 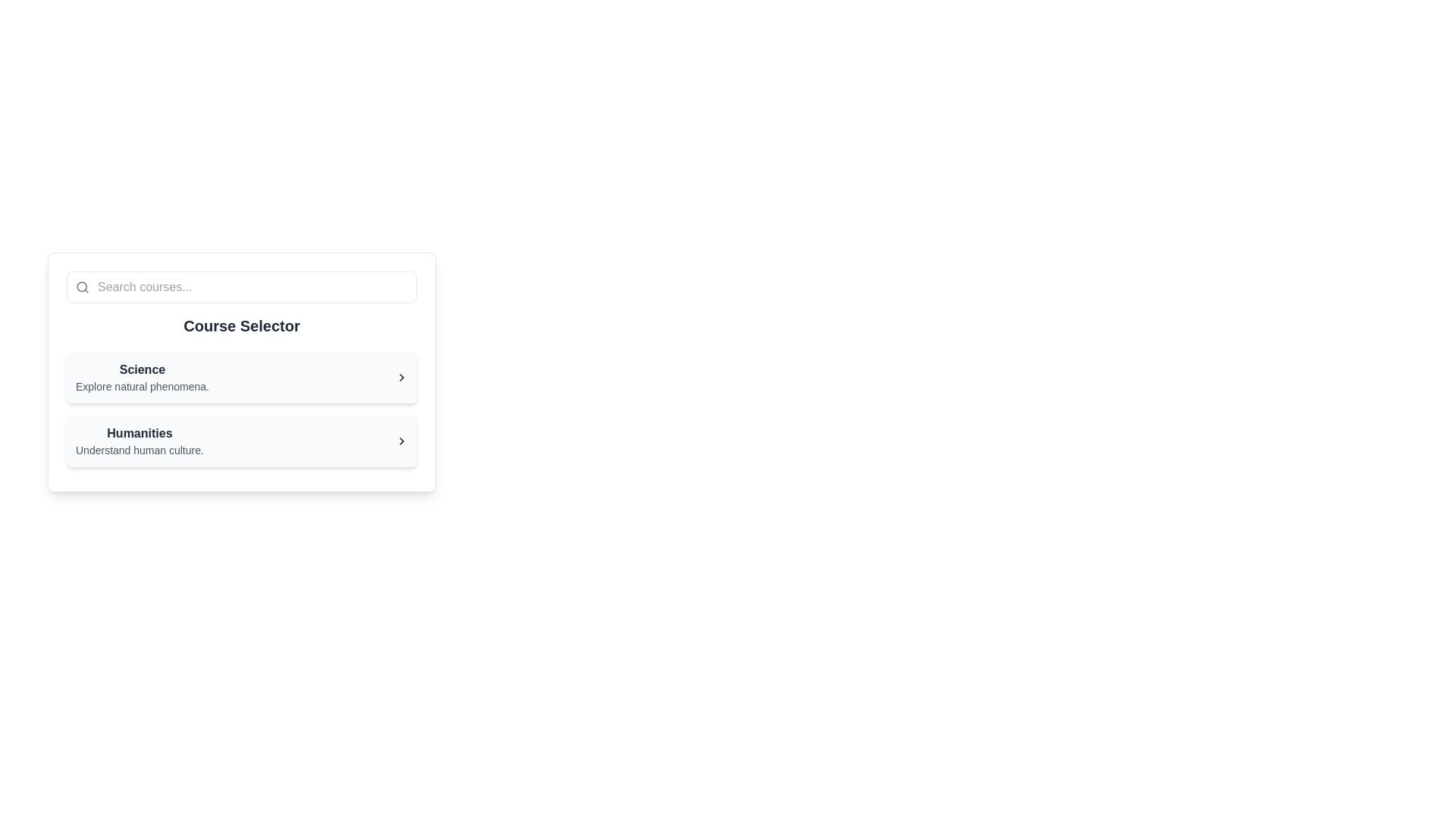 I want to click on the right-chevron icon located at the far right end of the 'Science' item box, adjacent to the text 'Explore natural phenomena.' for accessibility, so click(x=401, y=376).